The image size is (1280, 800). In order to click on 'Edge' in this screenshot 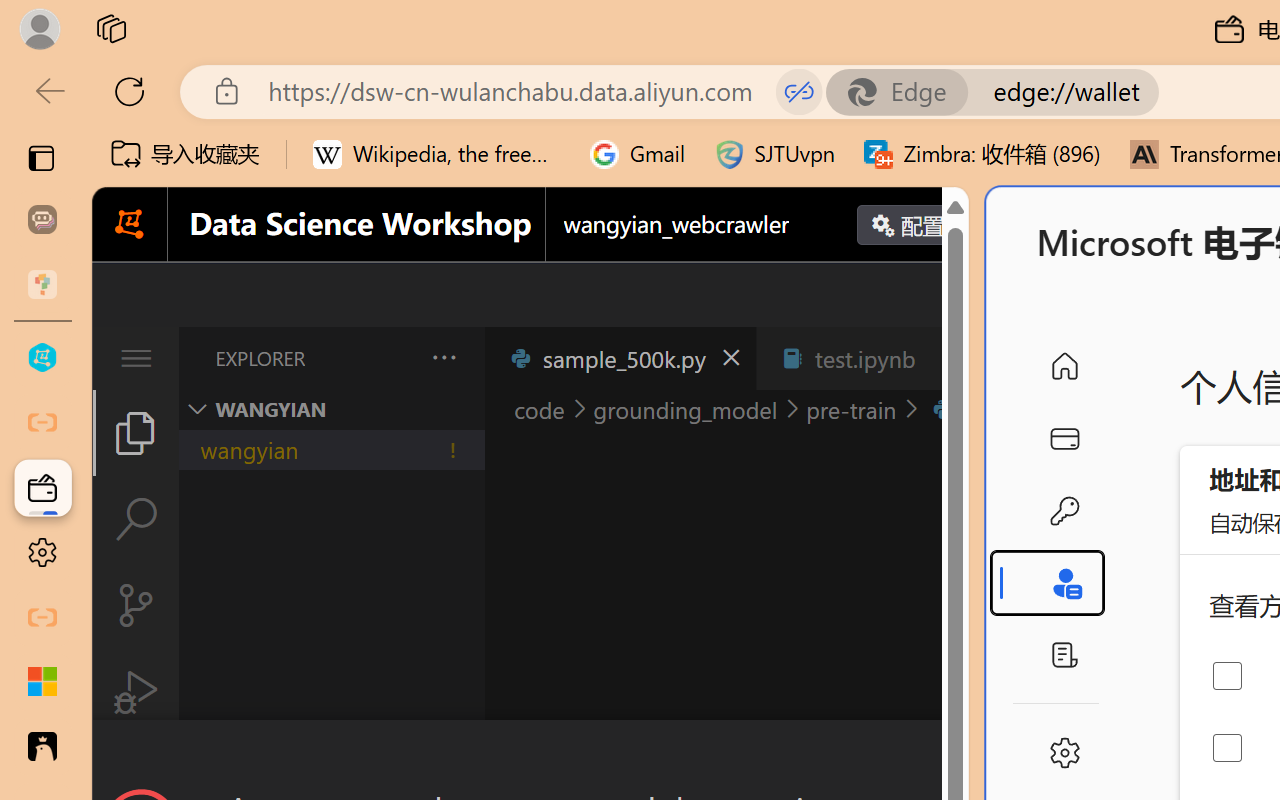, I will do `click(905, 91)`.